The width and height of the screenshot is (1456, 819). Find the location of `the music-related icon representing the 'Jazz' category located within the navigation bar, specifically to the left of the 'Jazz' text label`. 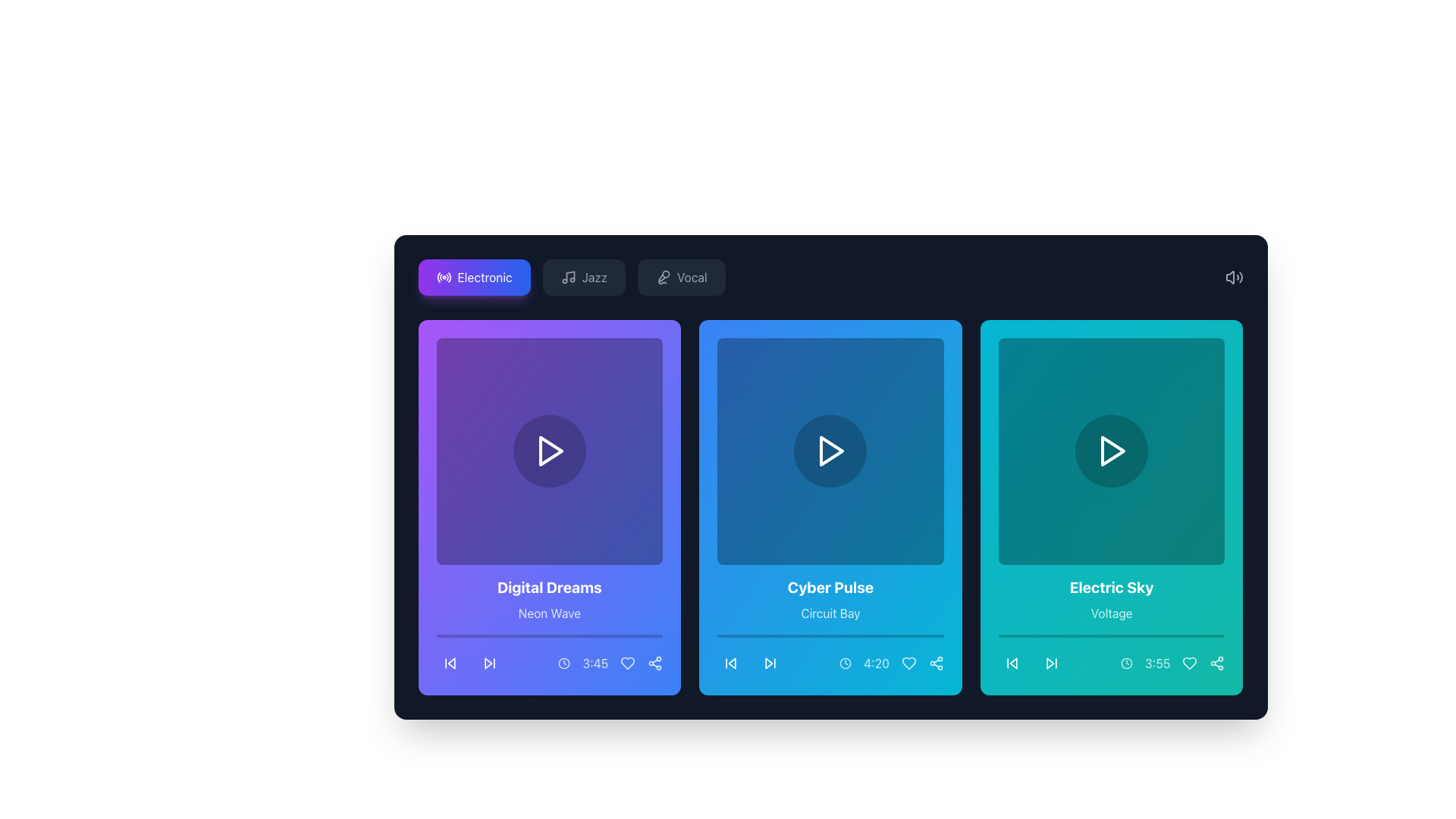

the music-related icon representing the 'Jazz' category located within the navigation bar, specifically to the left of the 'Jazz' text label is located at coordinates (567, 278).